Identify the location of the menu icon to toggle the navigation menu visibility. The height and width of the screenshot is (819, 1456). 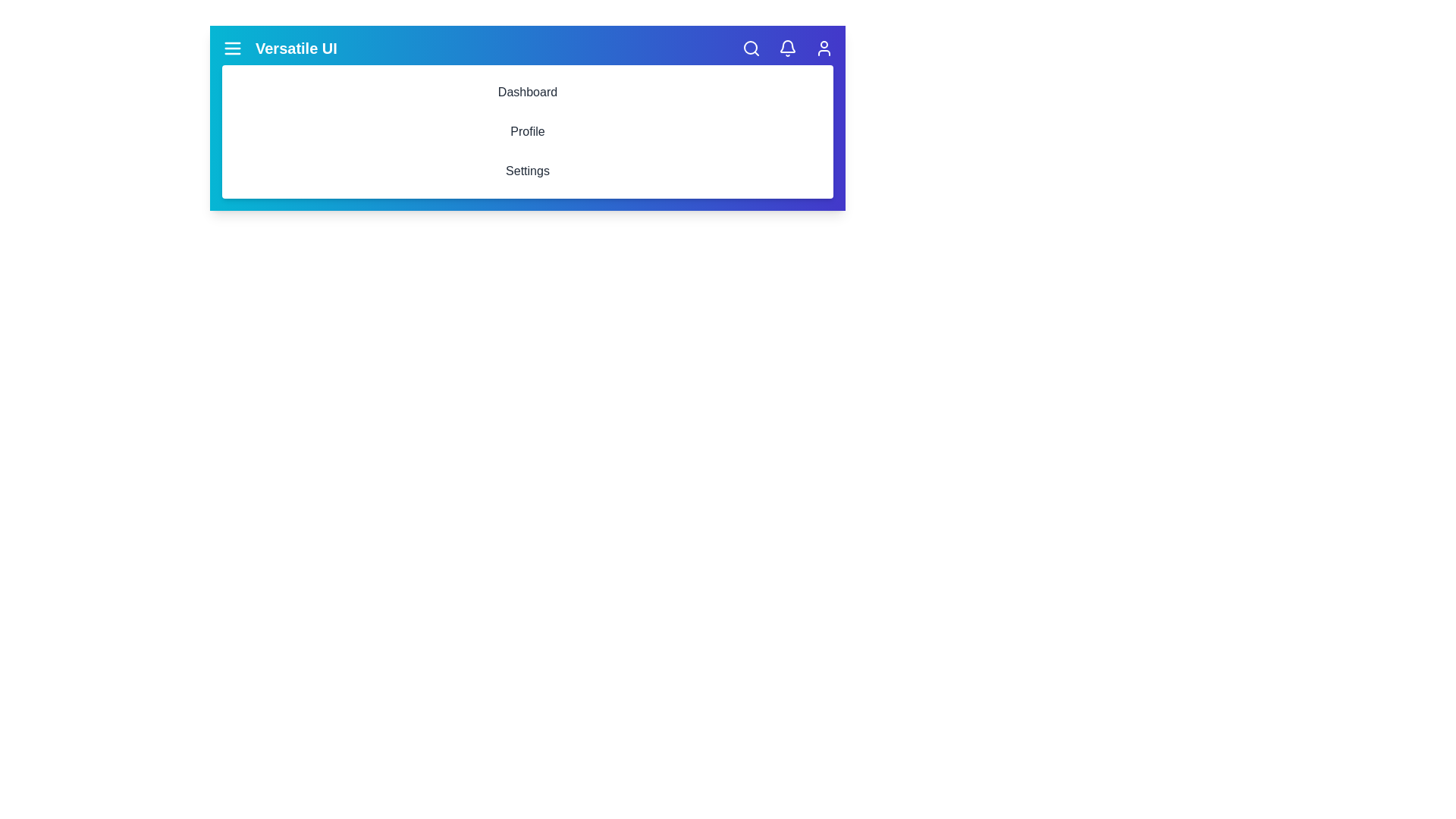
(232, 48).